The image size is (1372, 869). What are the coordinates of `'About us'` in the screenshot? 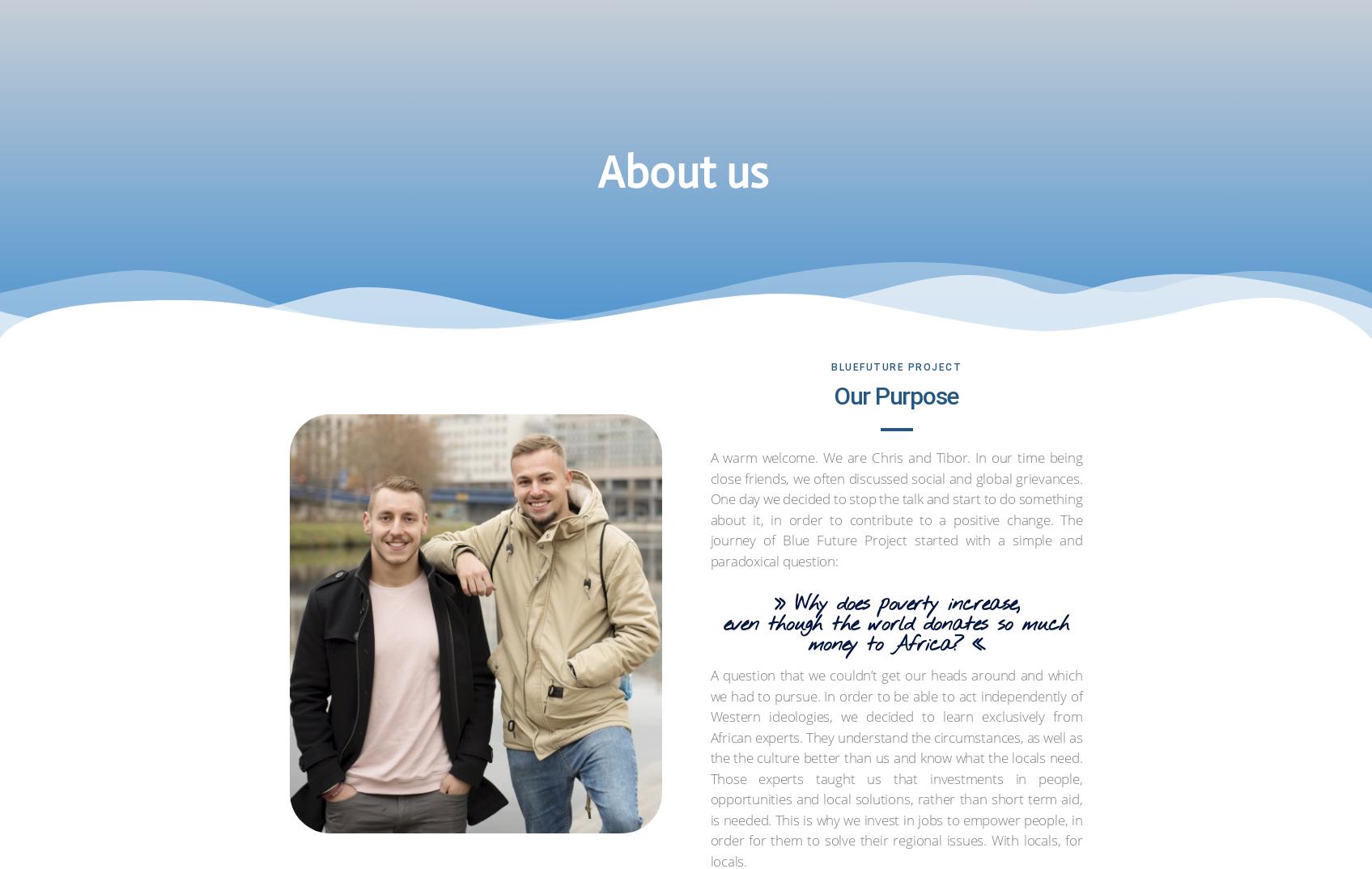 It's located at (760, 38).